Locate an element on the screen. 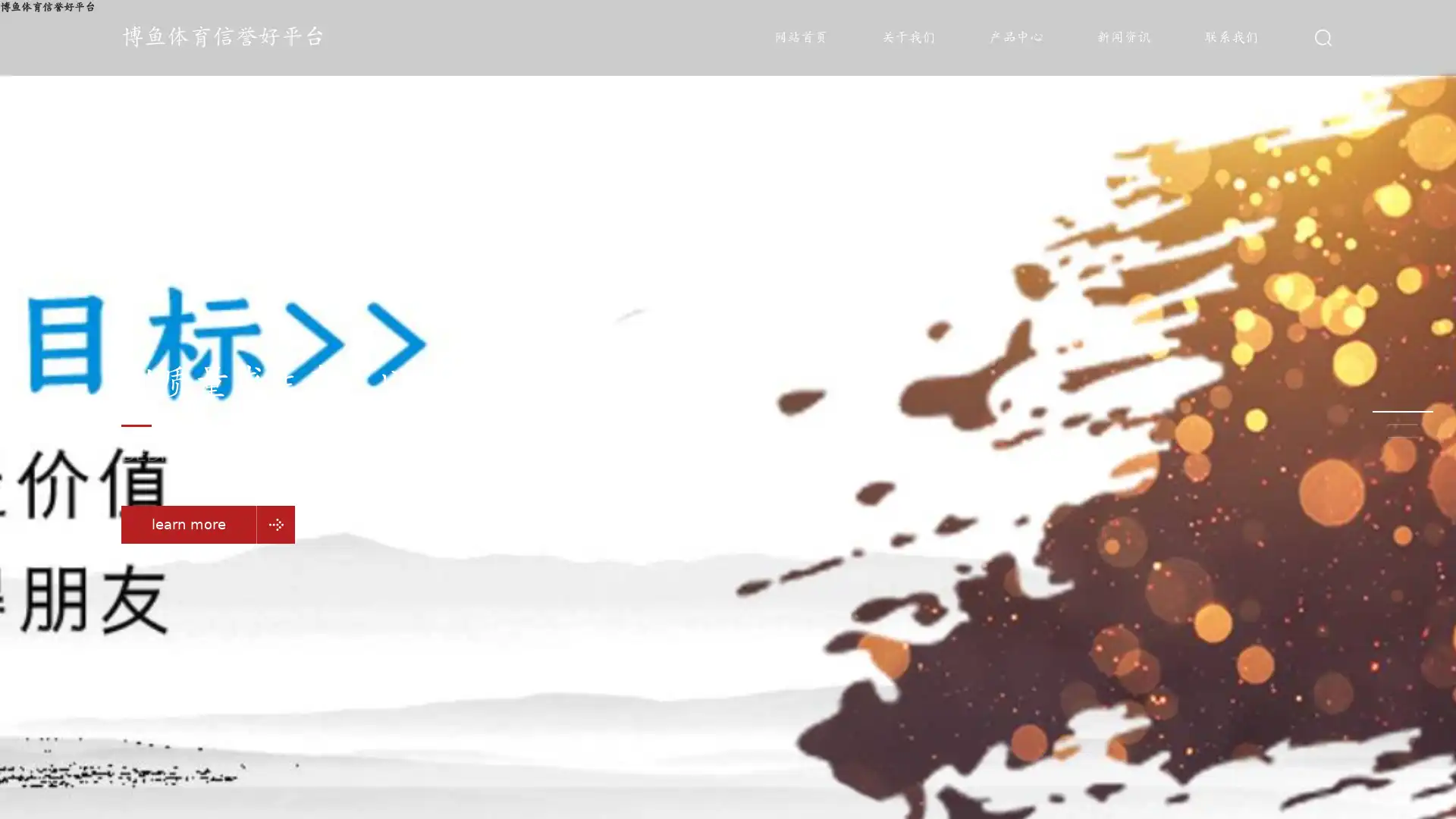 The width and height of the screenshot is (1456, 819). Go to slide 2 is located at coordinates (1401, 424).